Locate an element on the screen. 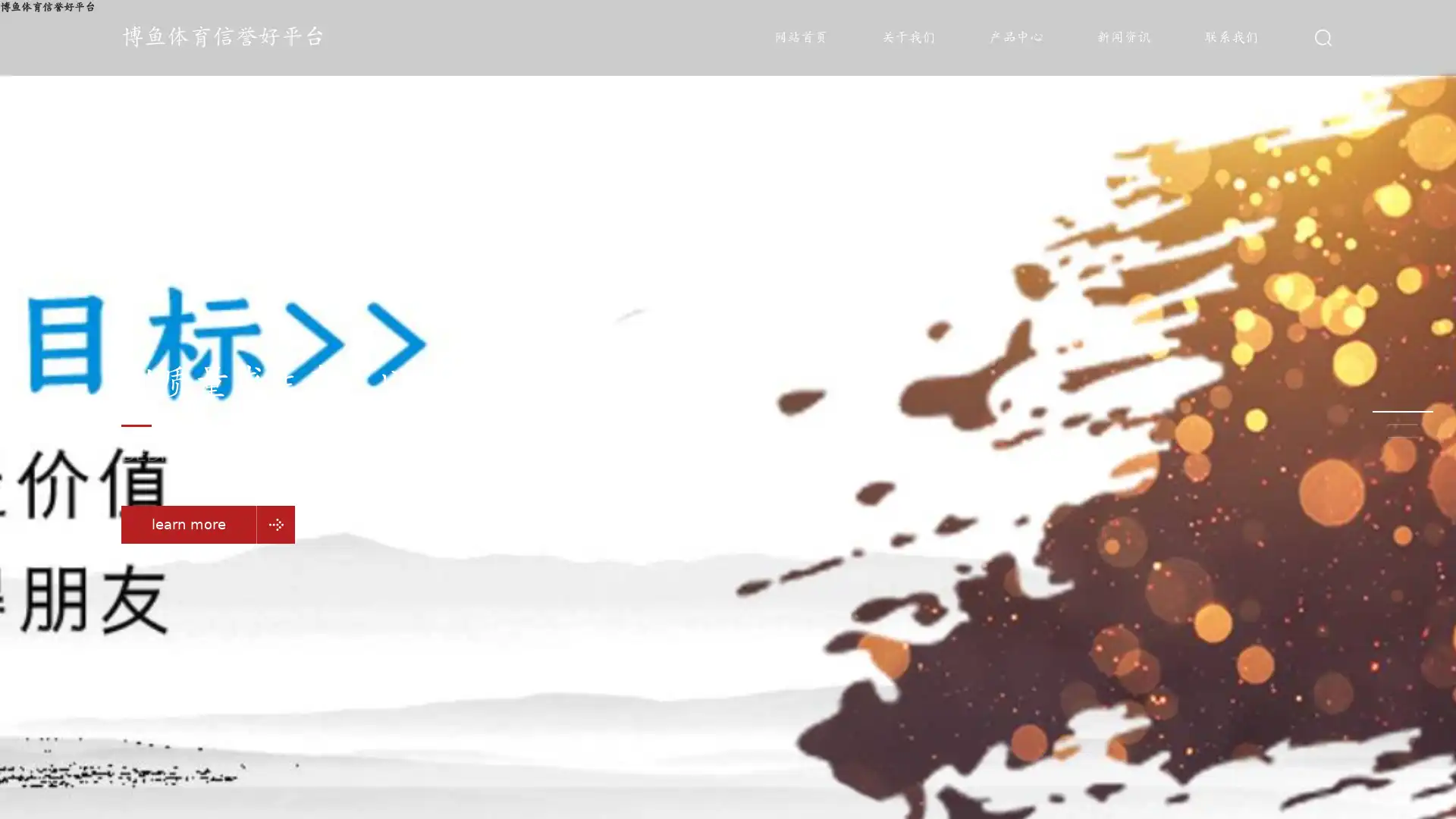 The width and height of the screenshot is (1456, 819). Go to slide 2 is located at coordinates (1401, 424).